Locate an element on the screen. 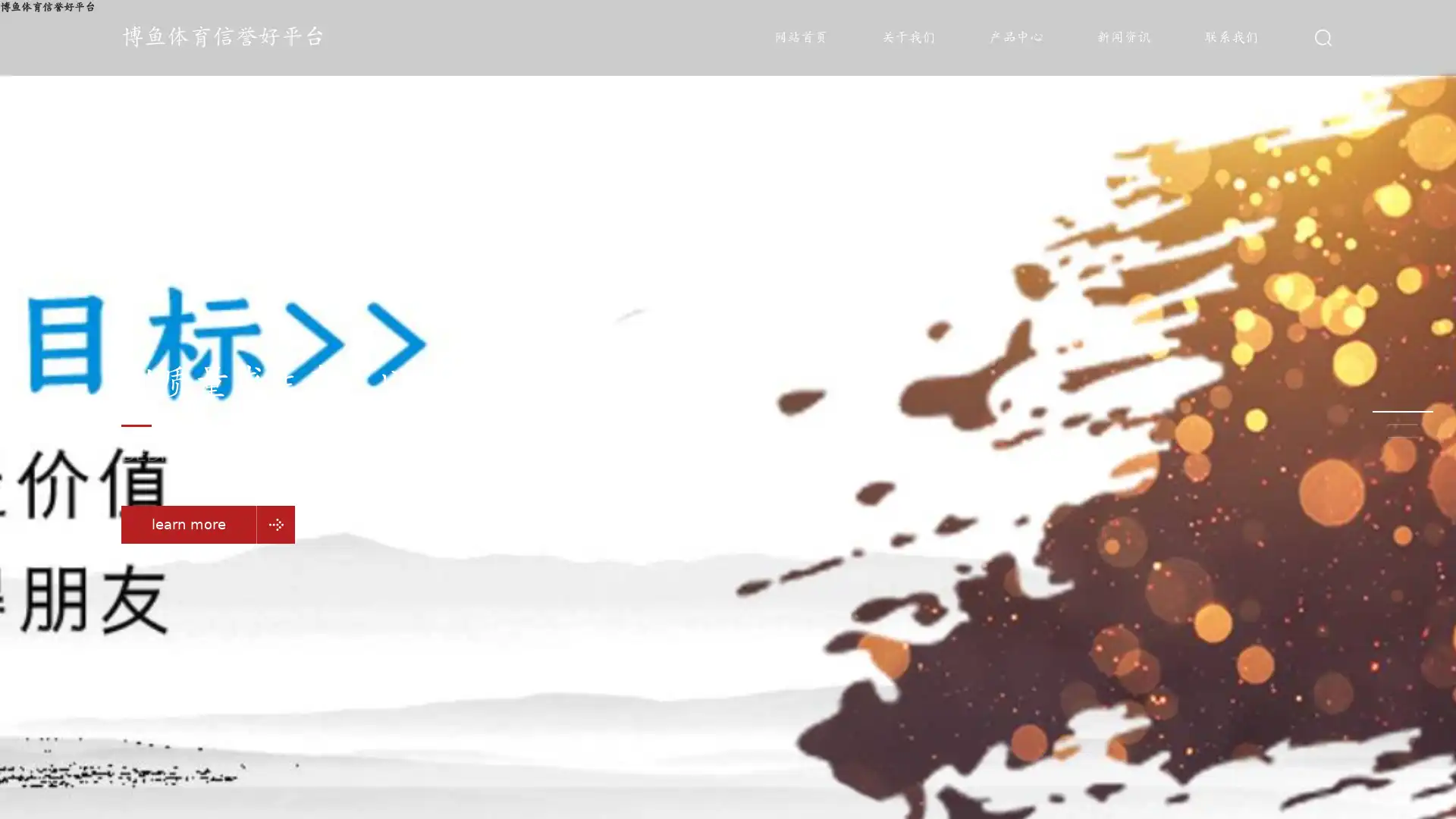 The width and height of the screenshot is (1456, 819). Go to slide 2 is located at coordinates (1401, 424).